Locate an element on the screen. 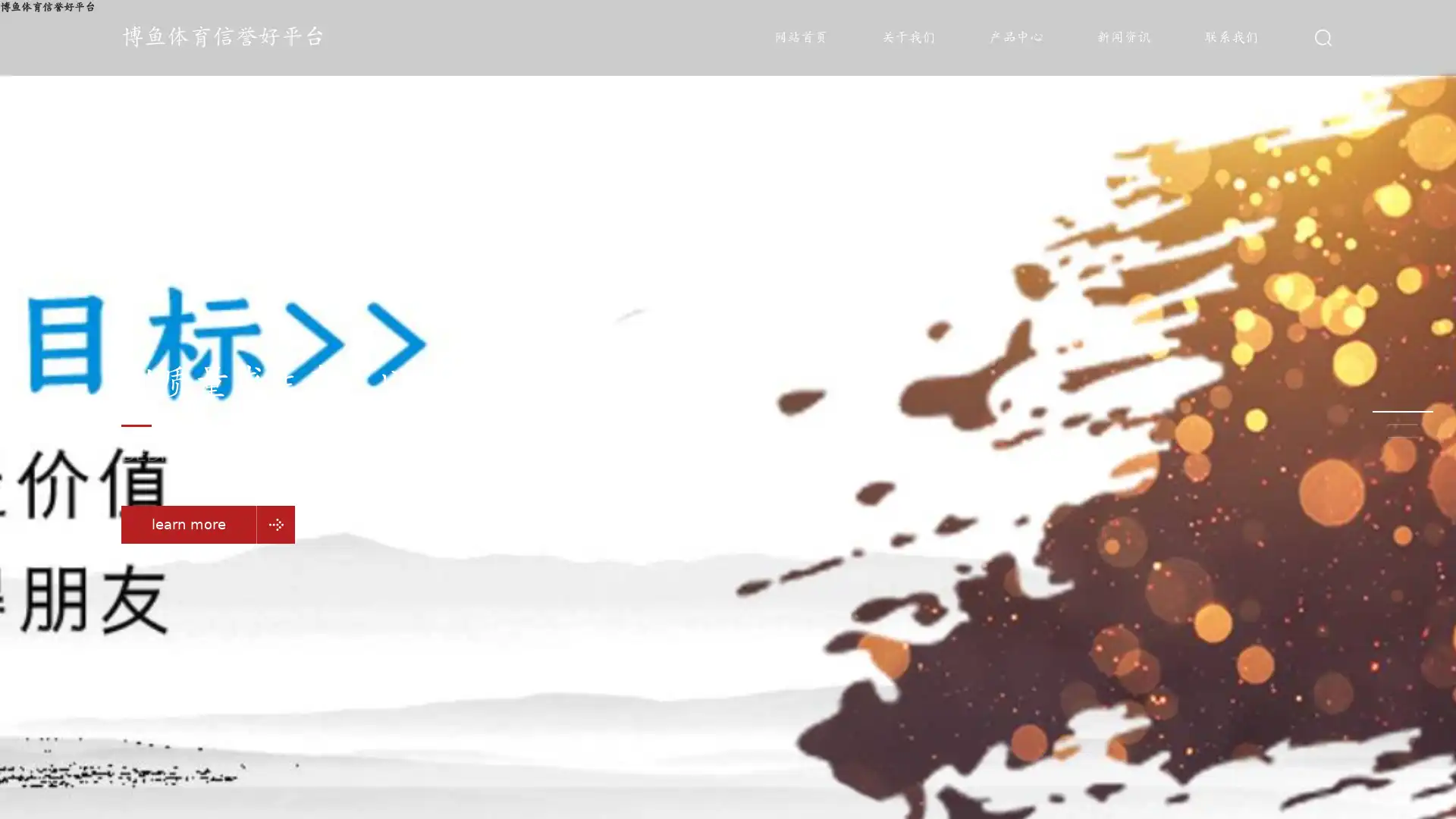 The width and height of the screenshot is (1456, 819). Go to slide 2 is located at coordinates (1401, 424).